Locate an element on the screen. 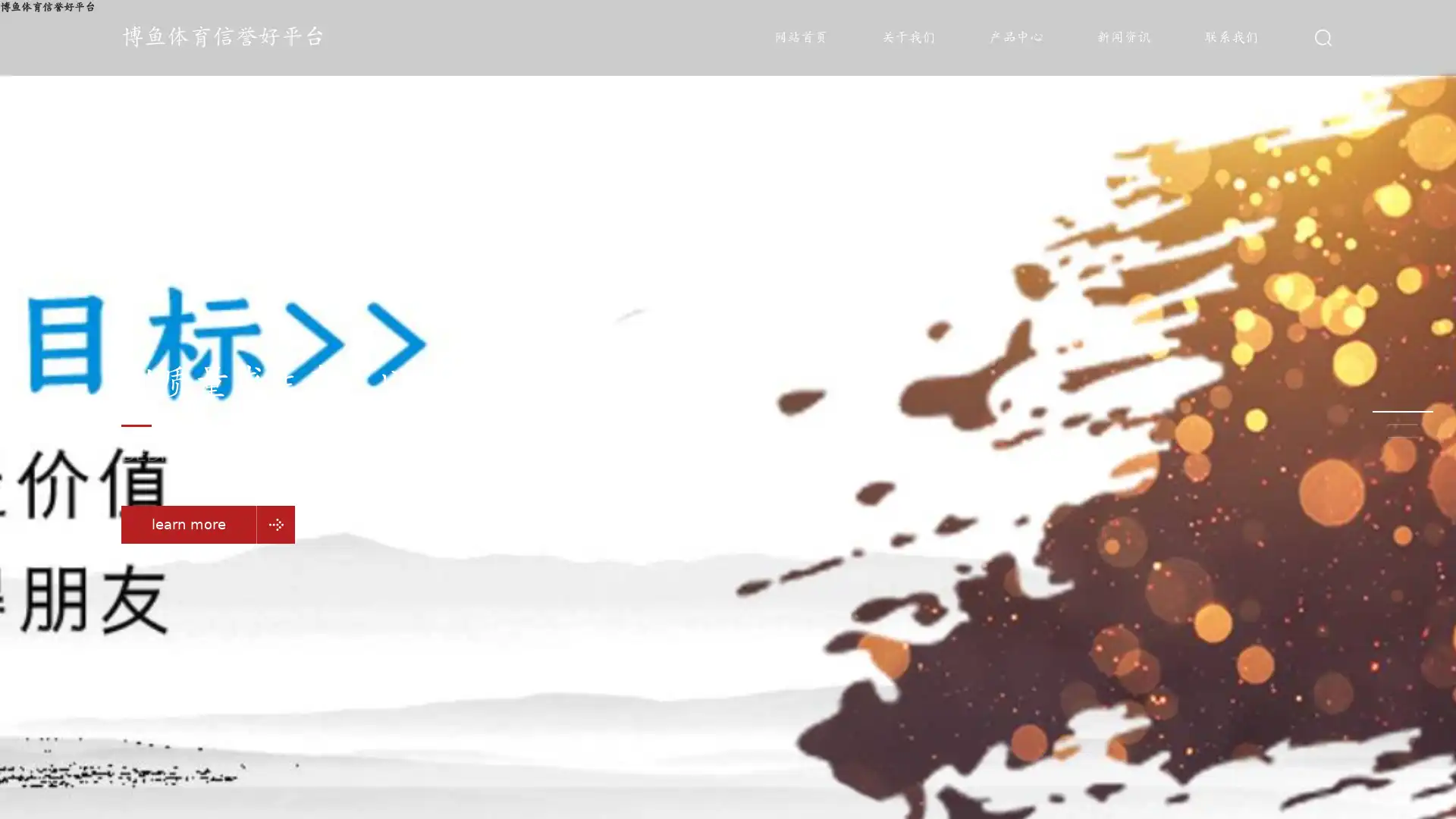 The width and height of the screenshot is (1456, 819). Go to slide 2 is located at coordinates (1401, 424).